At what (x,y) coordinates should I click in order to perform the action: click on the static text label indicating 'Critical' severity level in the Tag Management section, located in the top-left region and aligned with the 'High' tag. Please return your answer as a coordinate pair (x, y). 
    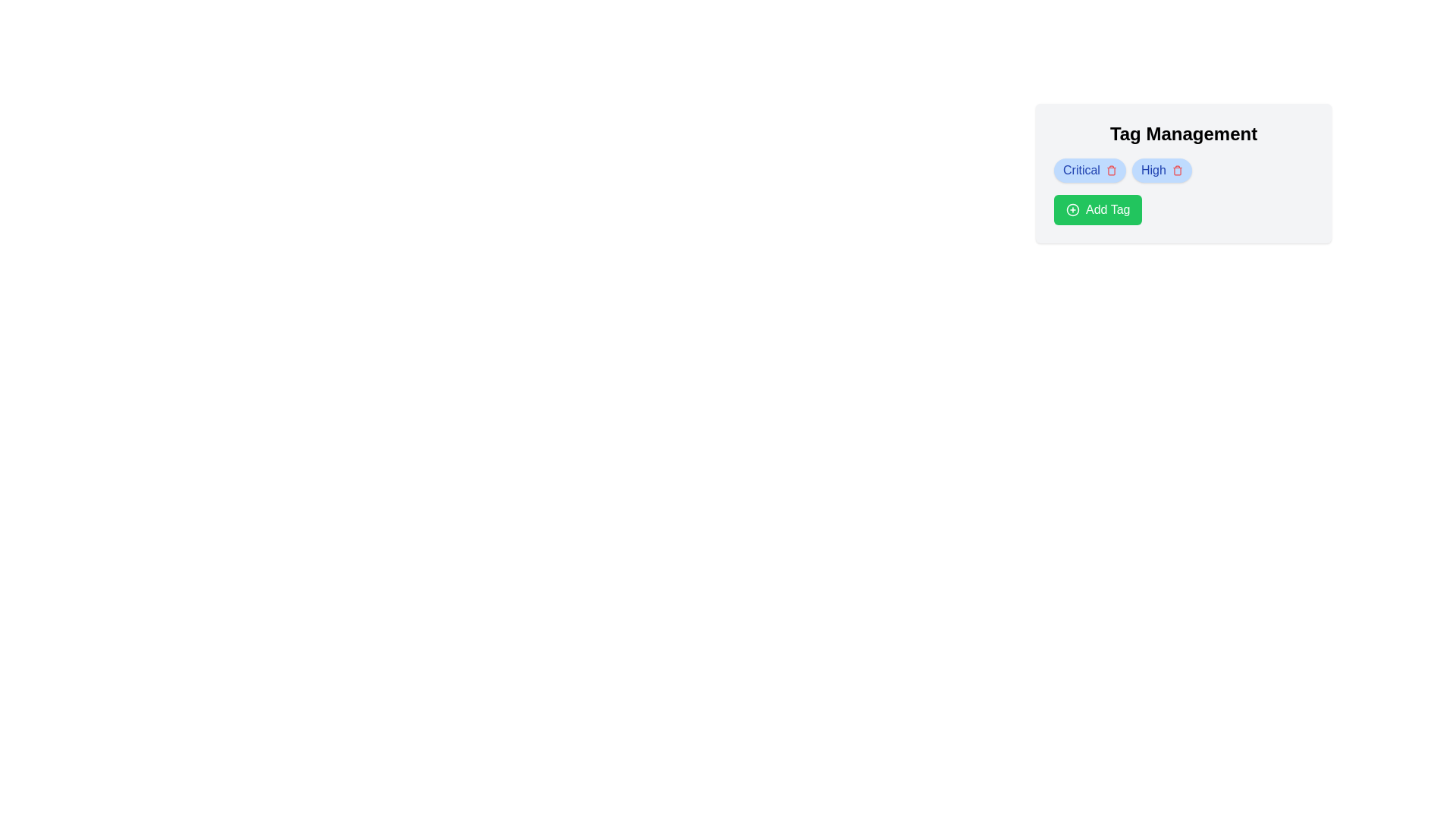
    Looking at the image, I should click on (1081, 170).